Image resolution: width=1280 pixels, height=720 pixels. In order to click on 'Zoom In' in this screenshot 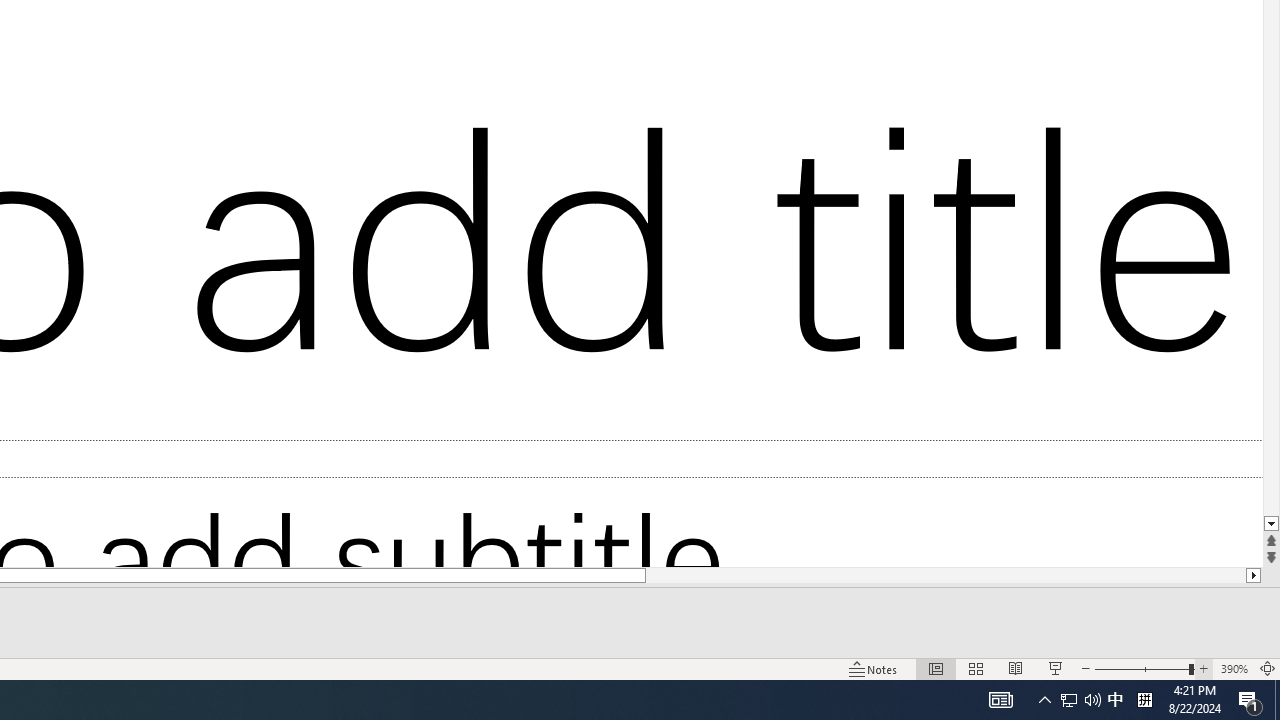, I will do `click(1203, 669)`.